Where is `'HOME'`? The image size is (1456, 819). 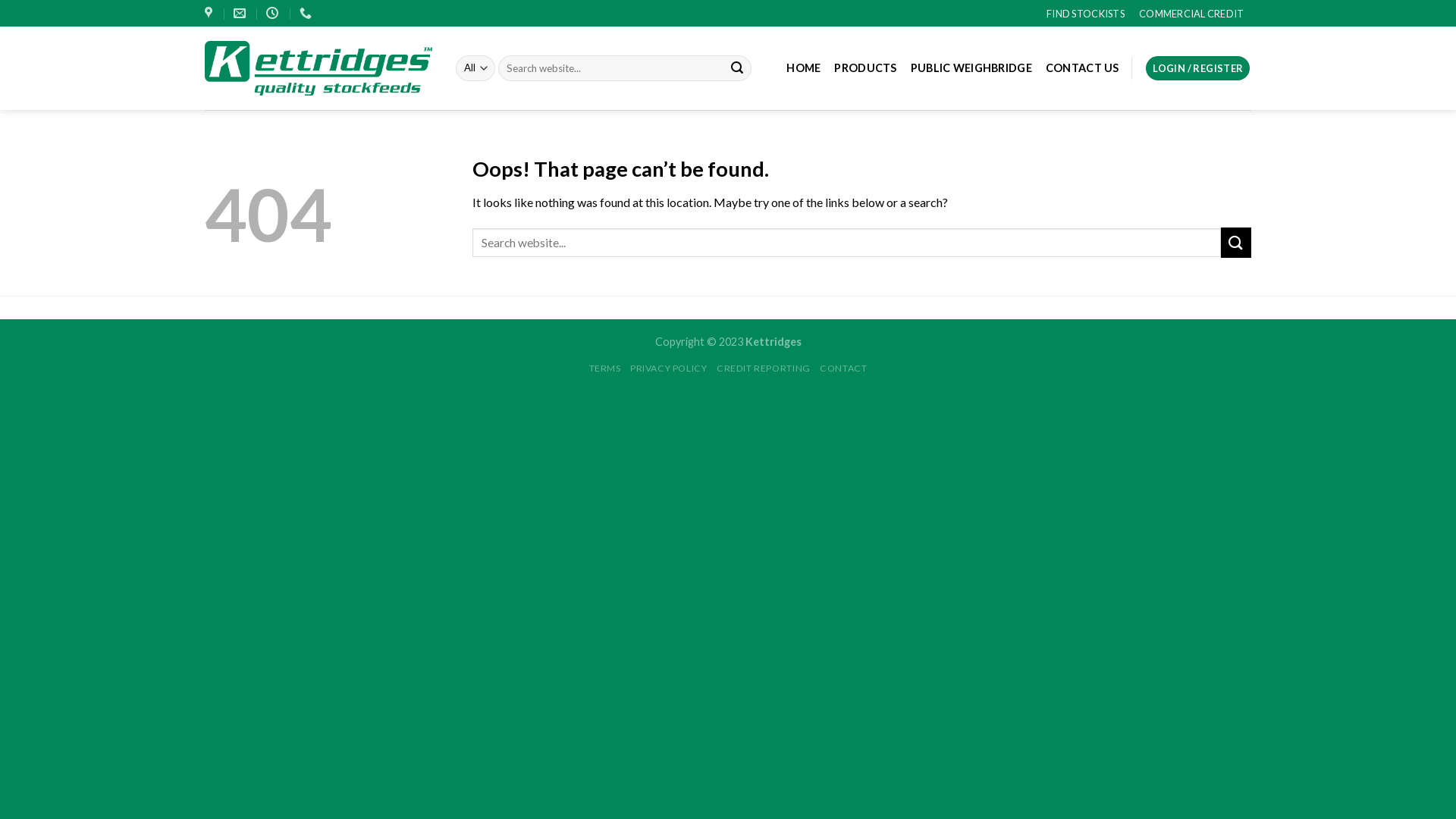 'HOME' is located at coordinates (802, 67).